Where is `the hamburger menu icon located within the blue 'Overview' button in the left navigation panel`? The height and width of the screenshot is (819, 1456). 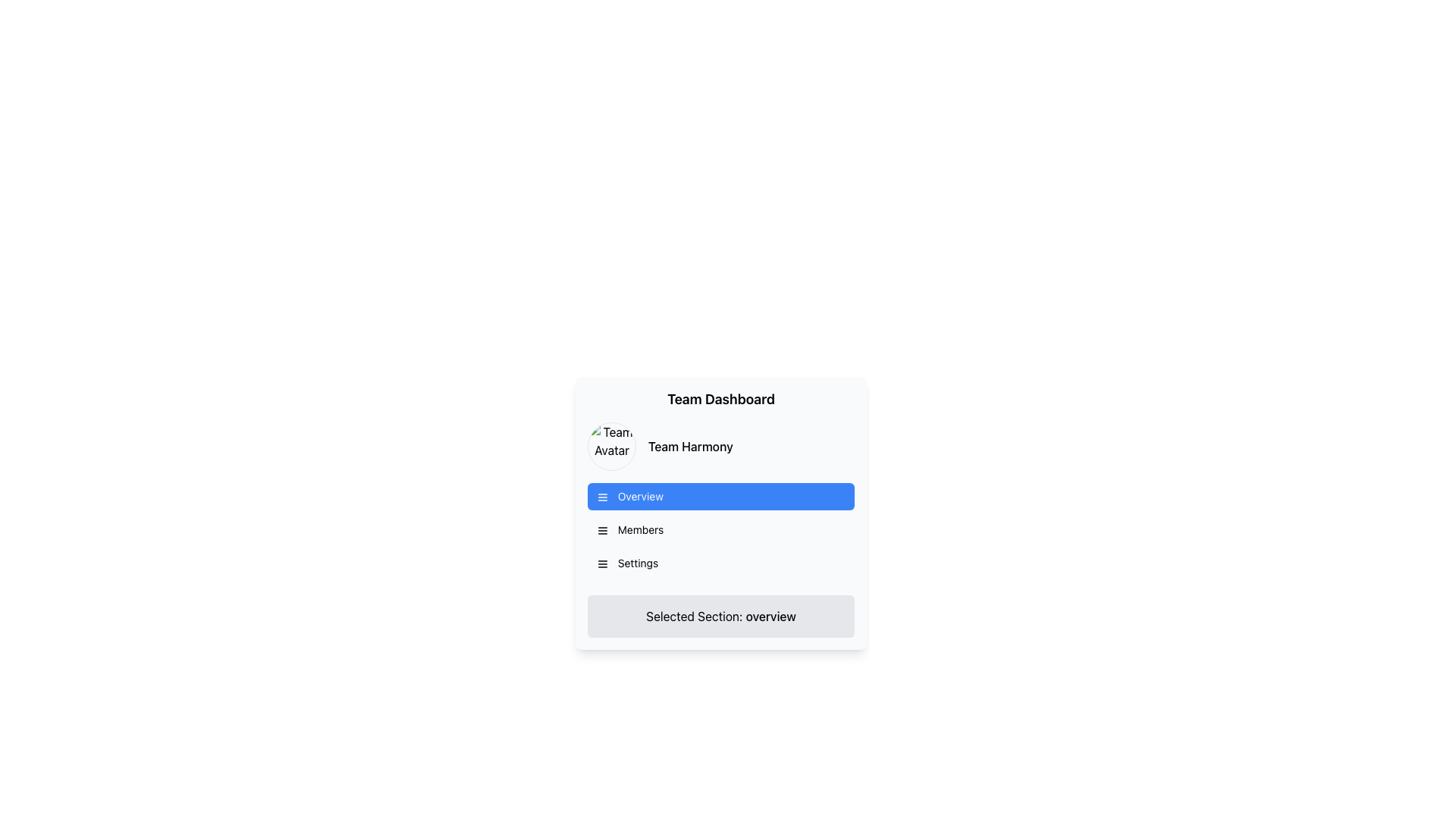 the hamburger menu icon located within the blue 'Overview' button in the left navigation panel is located at coordinates (602, 497).